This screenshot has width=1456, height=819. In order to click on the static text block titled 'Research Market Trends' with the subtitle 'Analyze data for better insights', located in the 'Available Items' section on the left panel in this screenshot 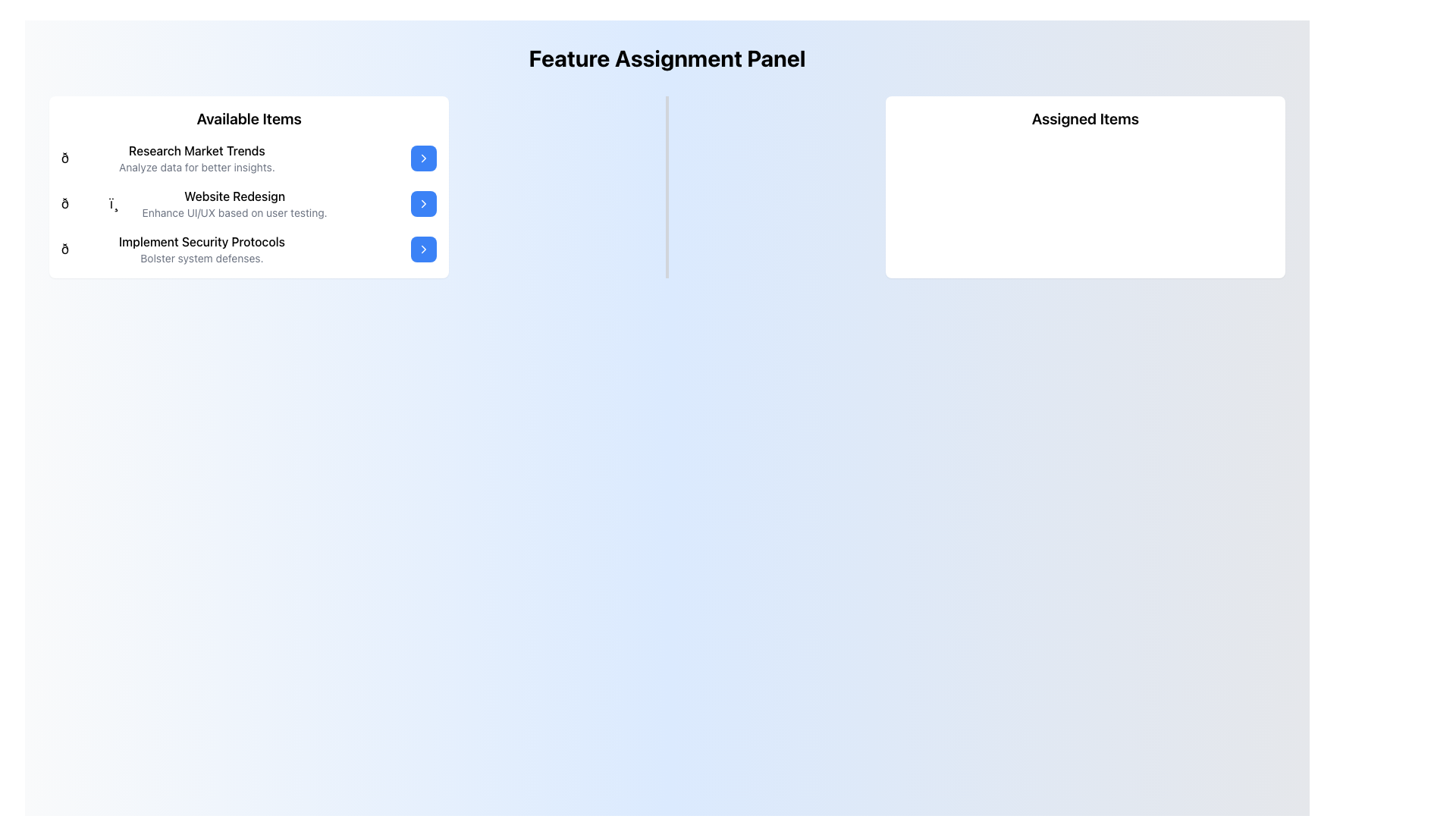, I will do `click(196, 158)`.